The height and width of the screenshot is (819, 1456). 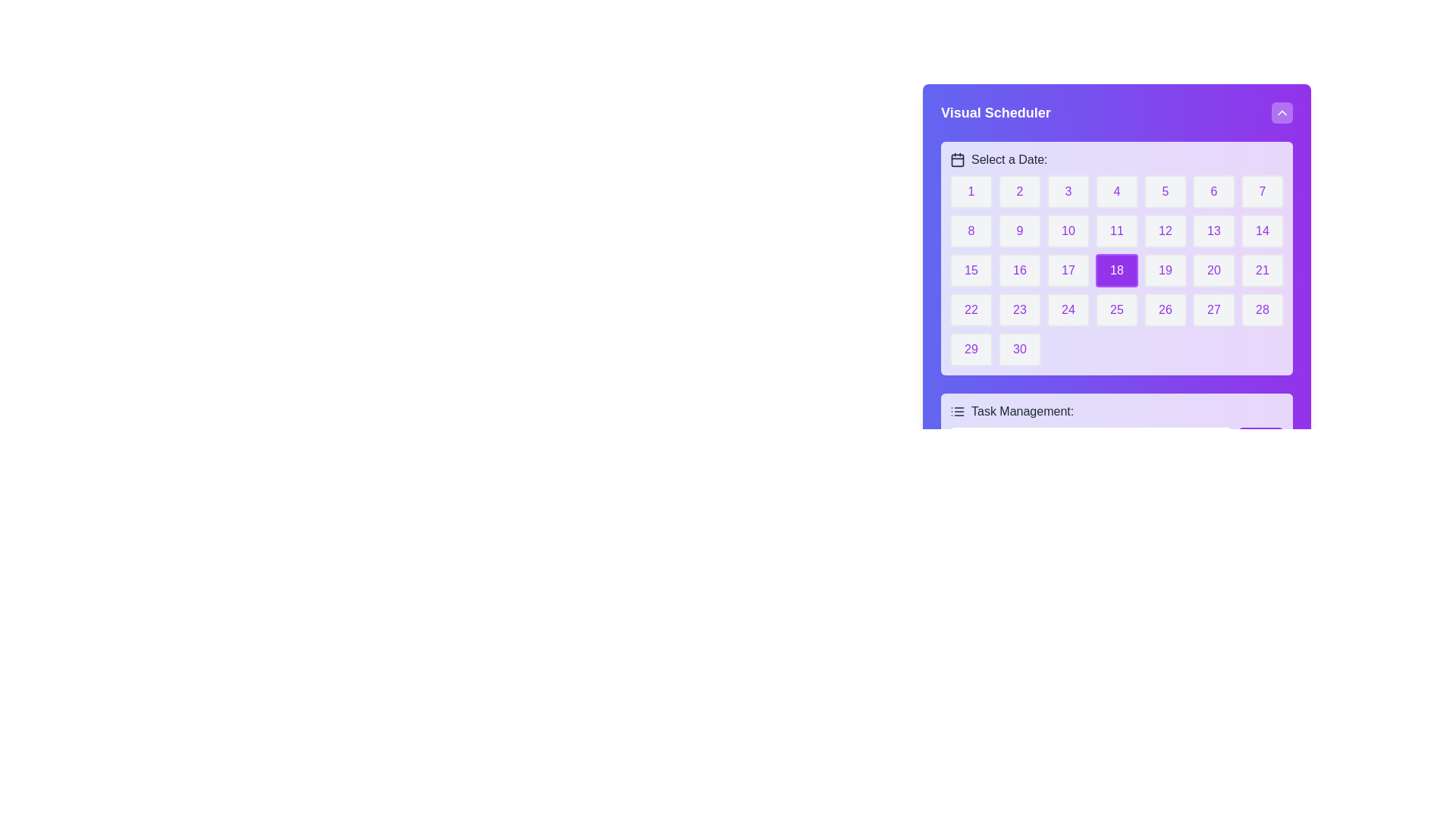 I want to click on the rectangular button with rounded corners, light gray background, gray border, and the text '30' centered in purple, so click(x=1019, y=350).